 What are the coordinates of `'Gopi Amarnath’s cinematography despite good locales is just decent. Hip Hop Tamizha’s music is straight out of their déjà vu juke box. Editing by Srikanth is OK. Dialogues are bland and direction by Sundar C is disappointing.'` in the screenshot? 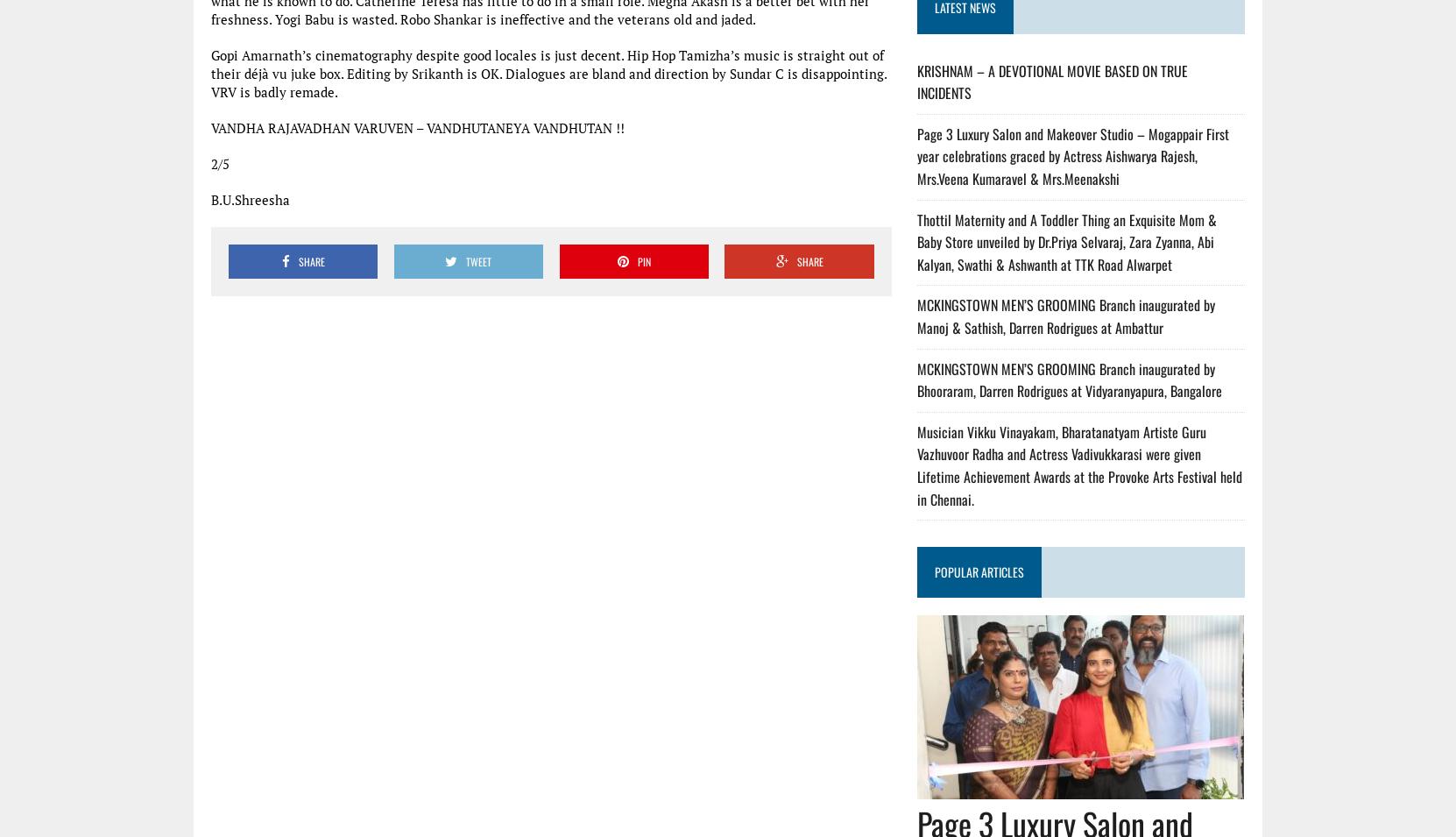 It's located at (549, 63).